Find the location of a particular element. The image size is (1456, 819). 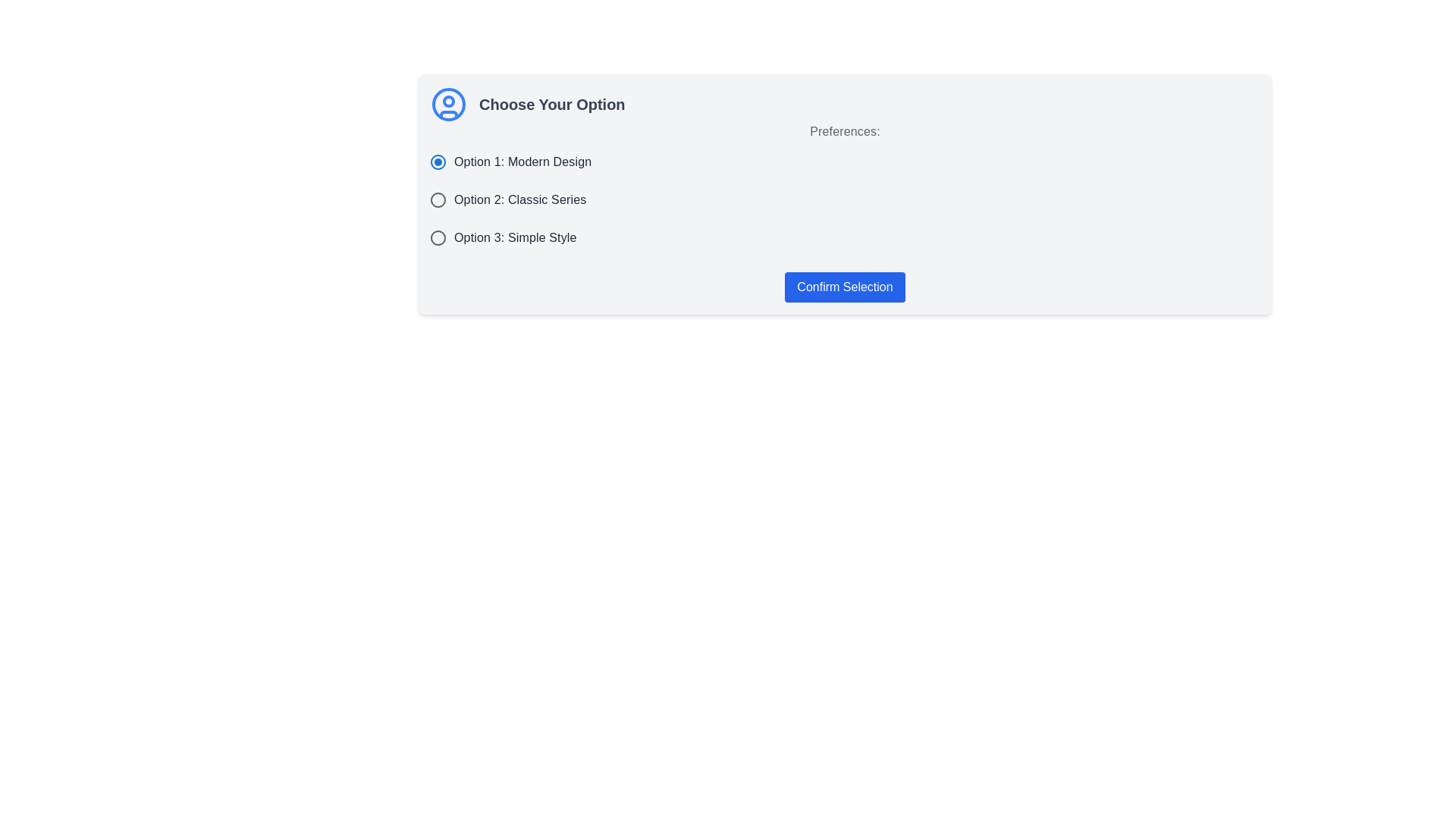

the selected radio button that is styled with a bold outer ring and a filled inner circle, adjacent to the label 'Option 3: Simple Style' is located at coordinates (437, 237).